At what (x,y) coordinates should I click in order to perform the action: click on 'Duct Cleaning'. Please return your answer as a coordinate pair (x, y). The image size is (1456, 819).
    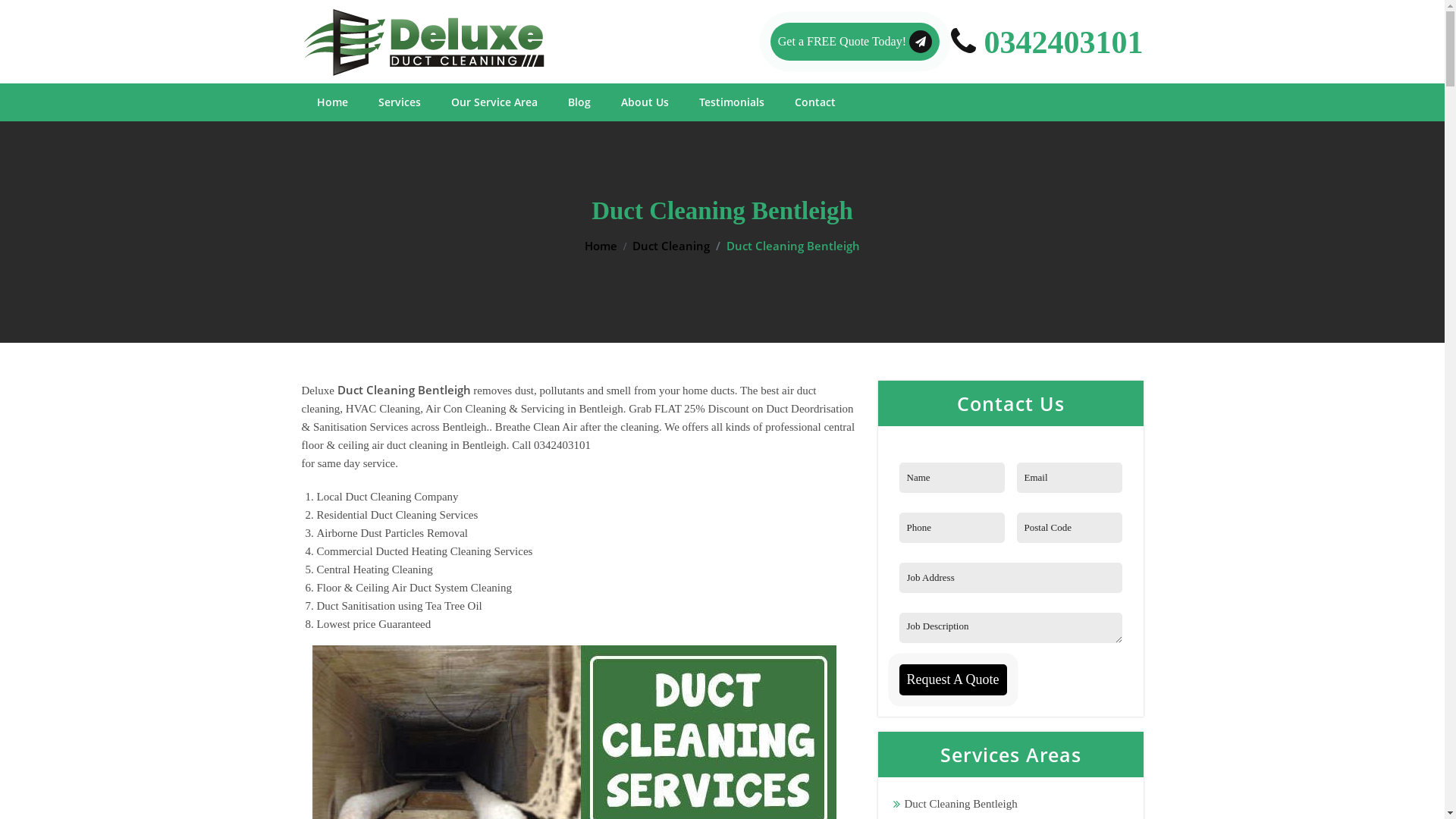
    Looking at the image, I should click on (670, 245).